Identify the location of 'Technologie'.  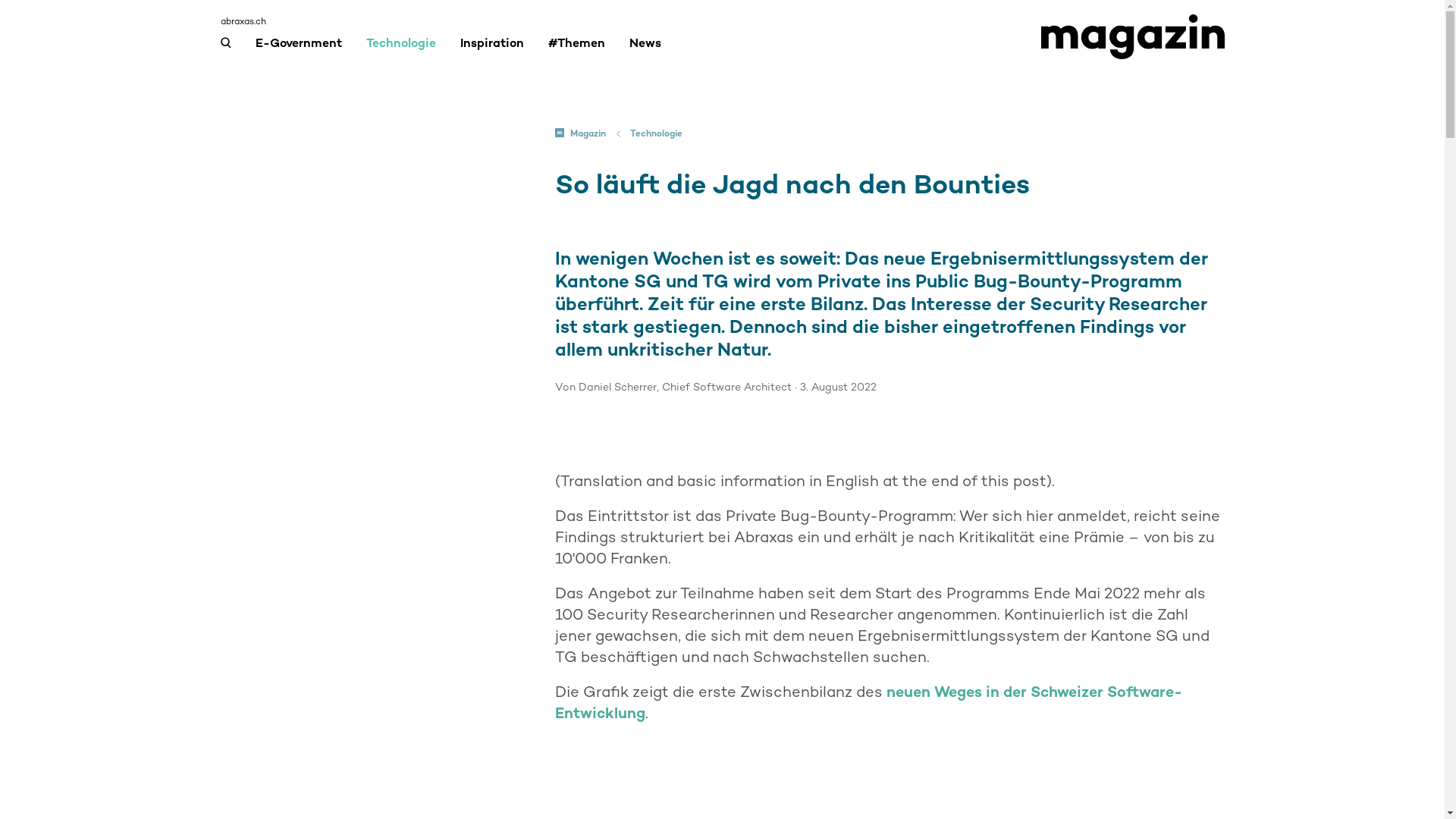
(629, 133).